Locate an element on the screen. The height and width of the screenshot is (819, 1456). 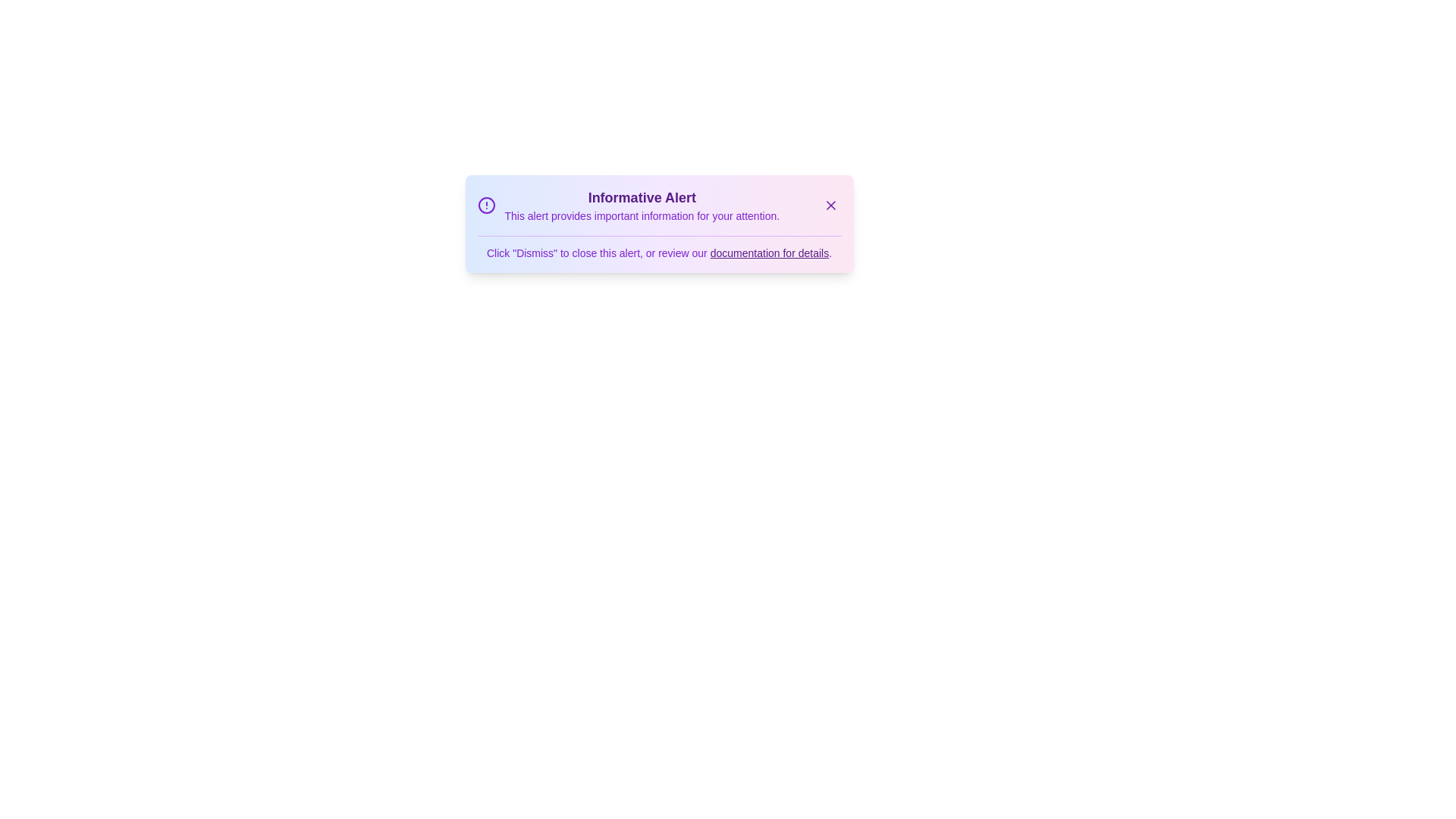
the 'documentation for details' link is located at coordinates (769, 253).